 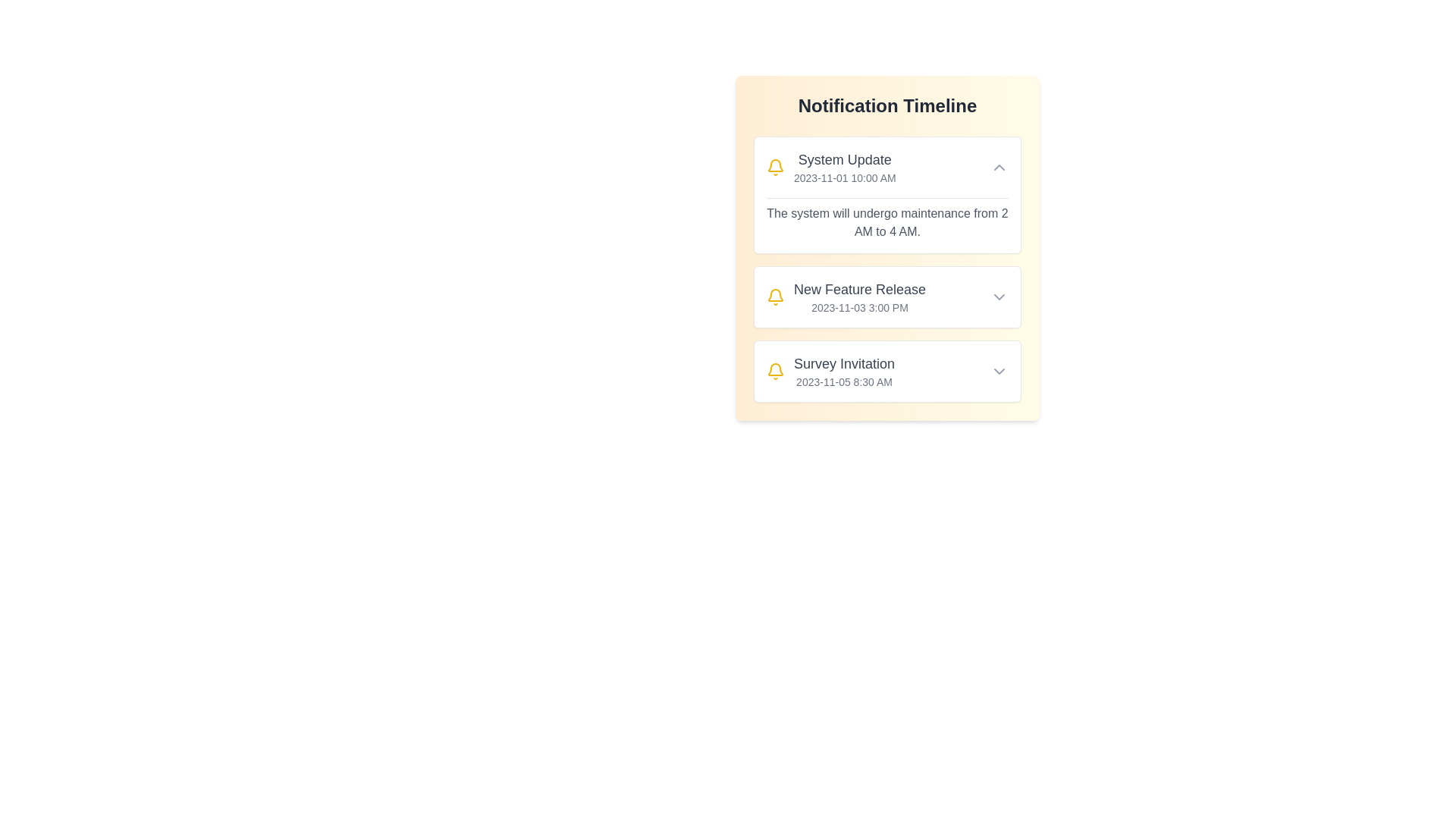 What do you see at coordinates (887, 167) in the screenshot?
I see `the first notification entry in the 'Notification Timeline' list that displays a 'System Update' scheduled for '2023-11-01 10:00 AM.'` at bounding box center [887, 167].